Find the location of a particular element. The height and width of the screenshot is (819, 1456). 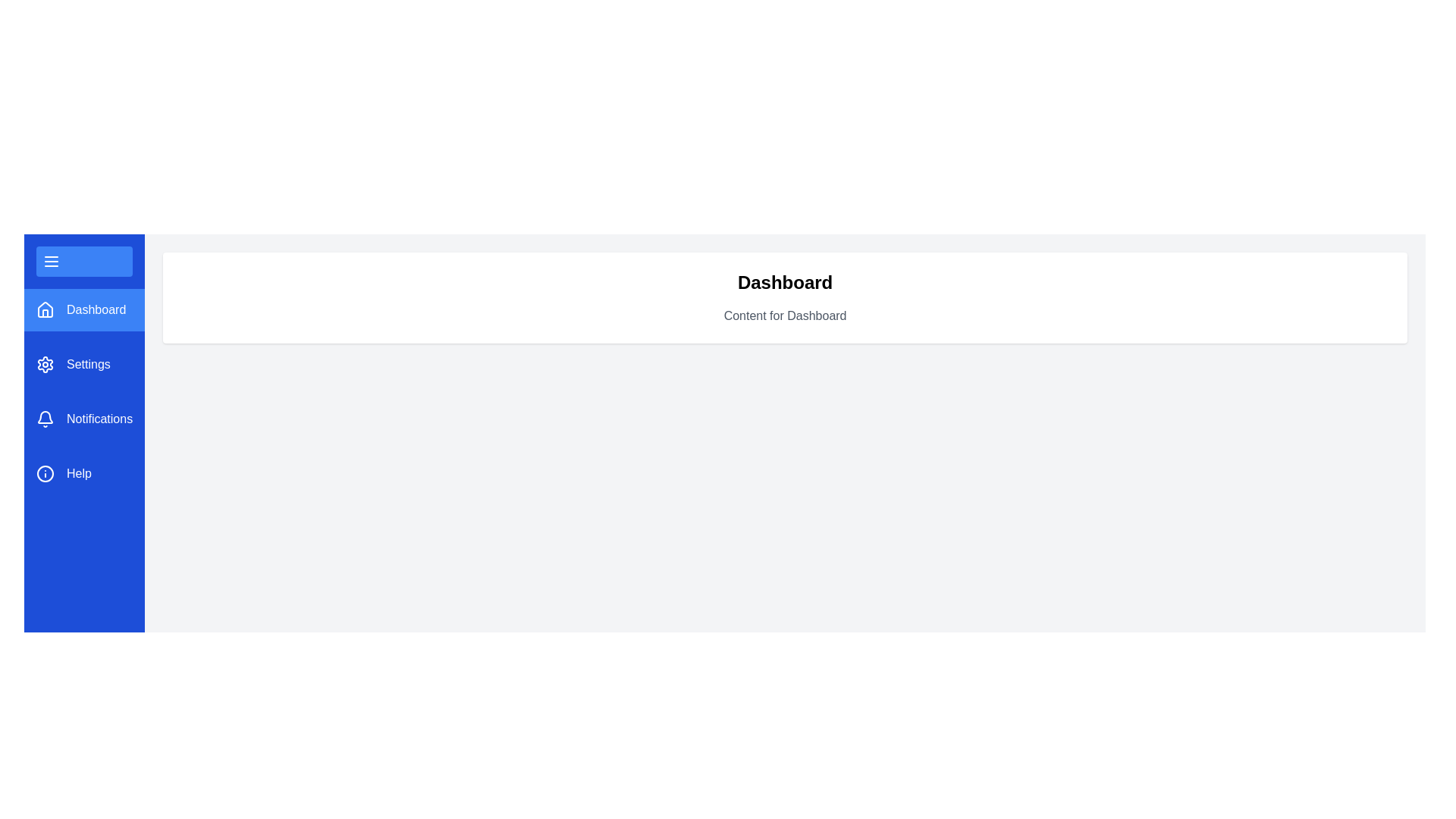

the notification icon, which is a bell symbol against a blue square background, located in the vertical navigation menu as the third item is located at coordinates (45, 419).